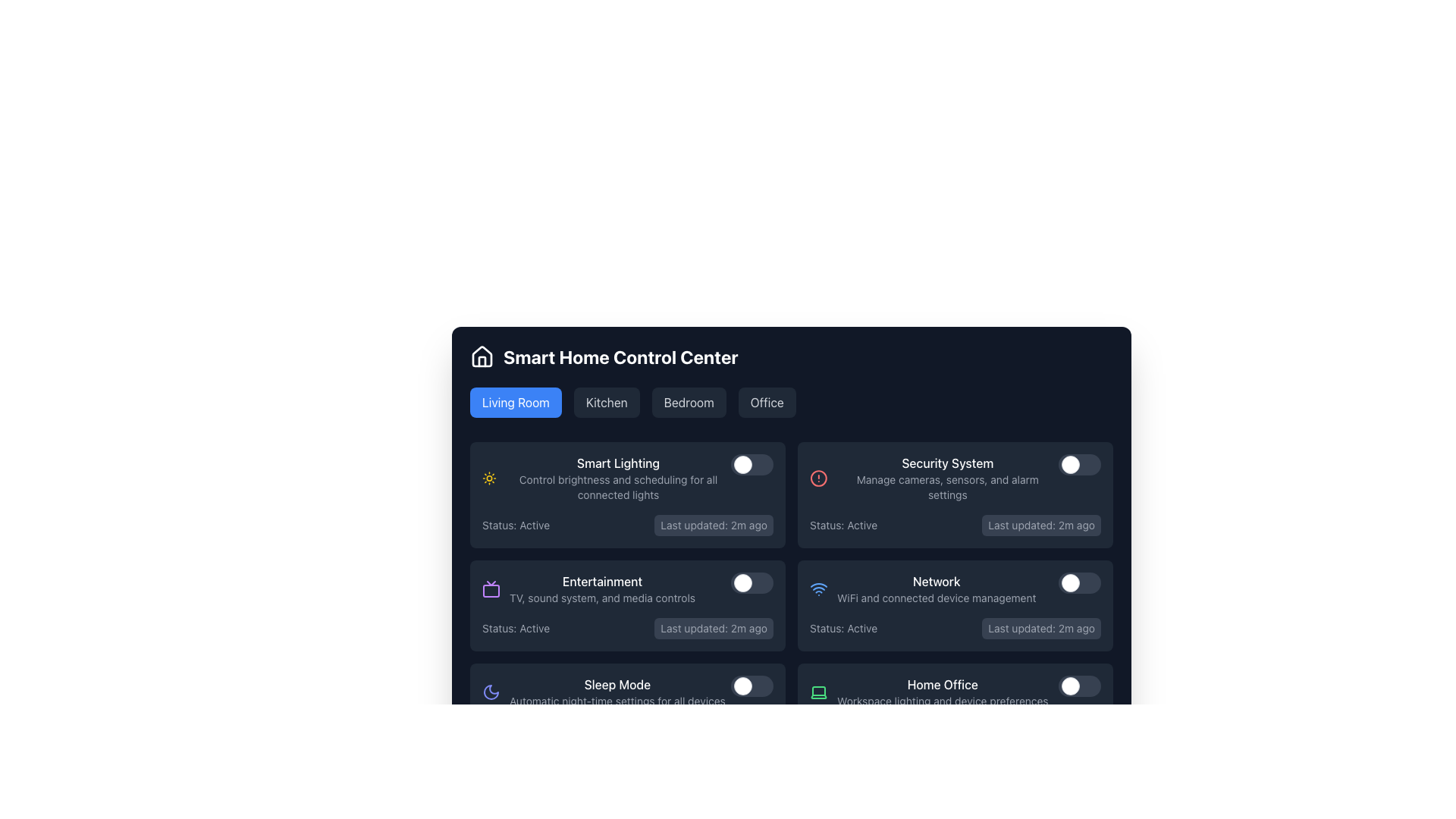  What do you see at coordinates (491, 588) in the screenshot?
I see `the 'Entertainment' icon, which visually represents the section related to TV, sound systems, and media controls, located to the left of the 'Entertainment' heading in the Smart Home Control Center interface` at bounding box center [491, 588].